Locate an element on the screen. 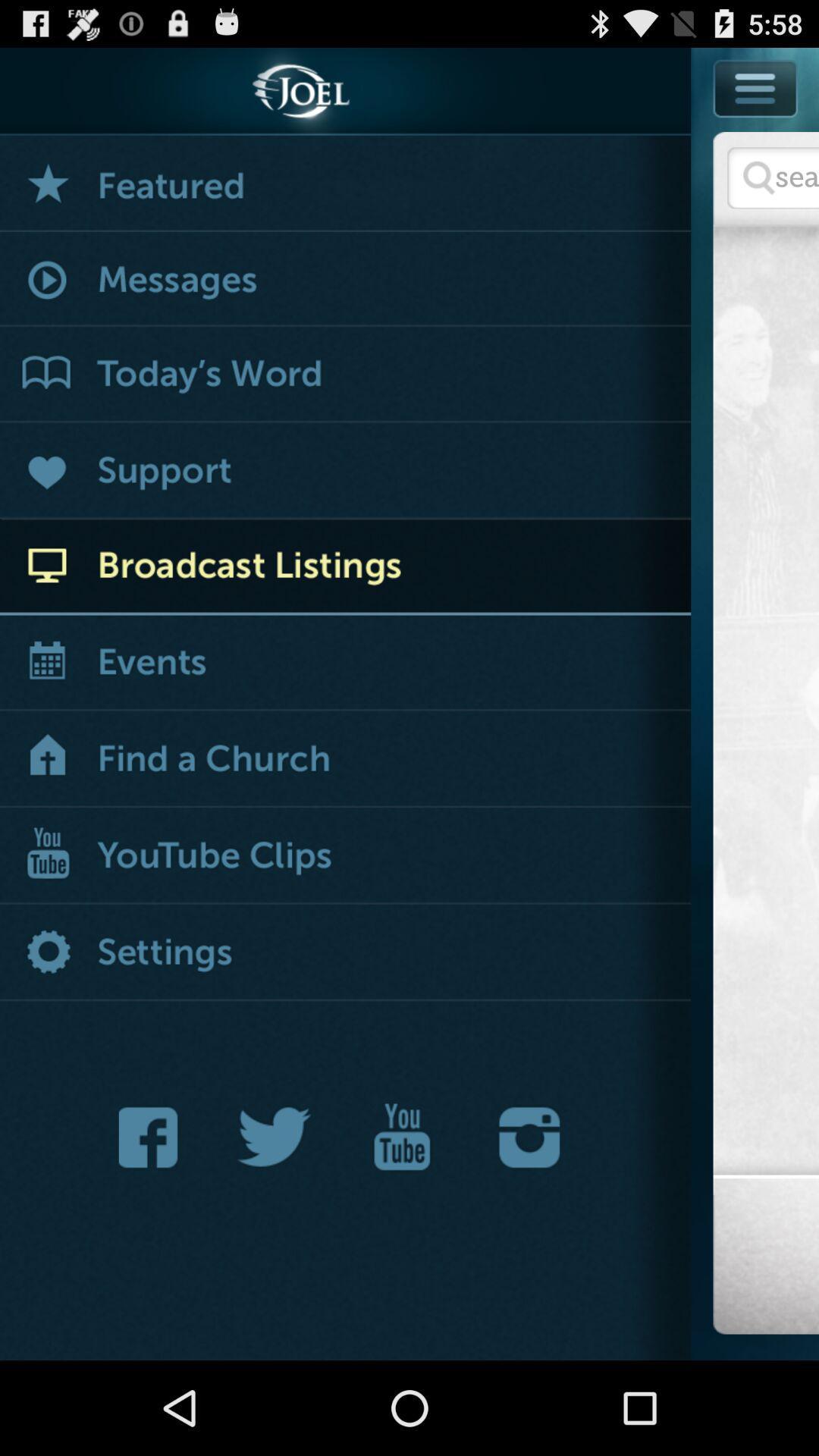 Image resolution: width=819 pixels, height=1456 pixels. facebook page is located at coordinates (152, 1137).